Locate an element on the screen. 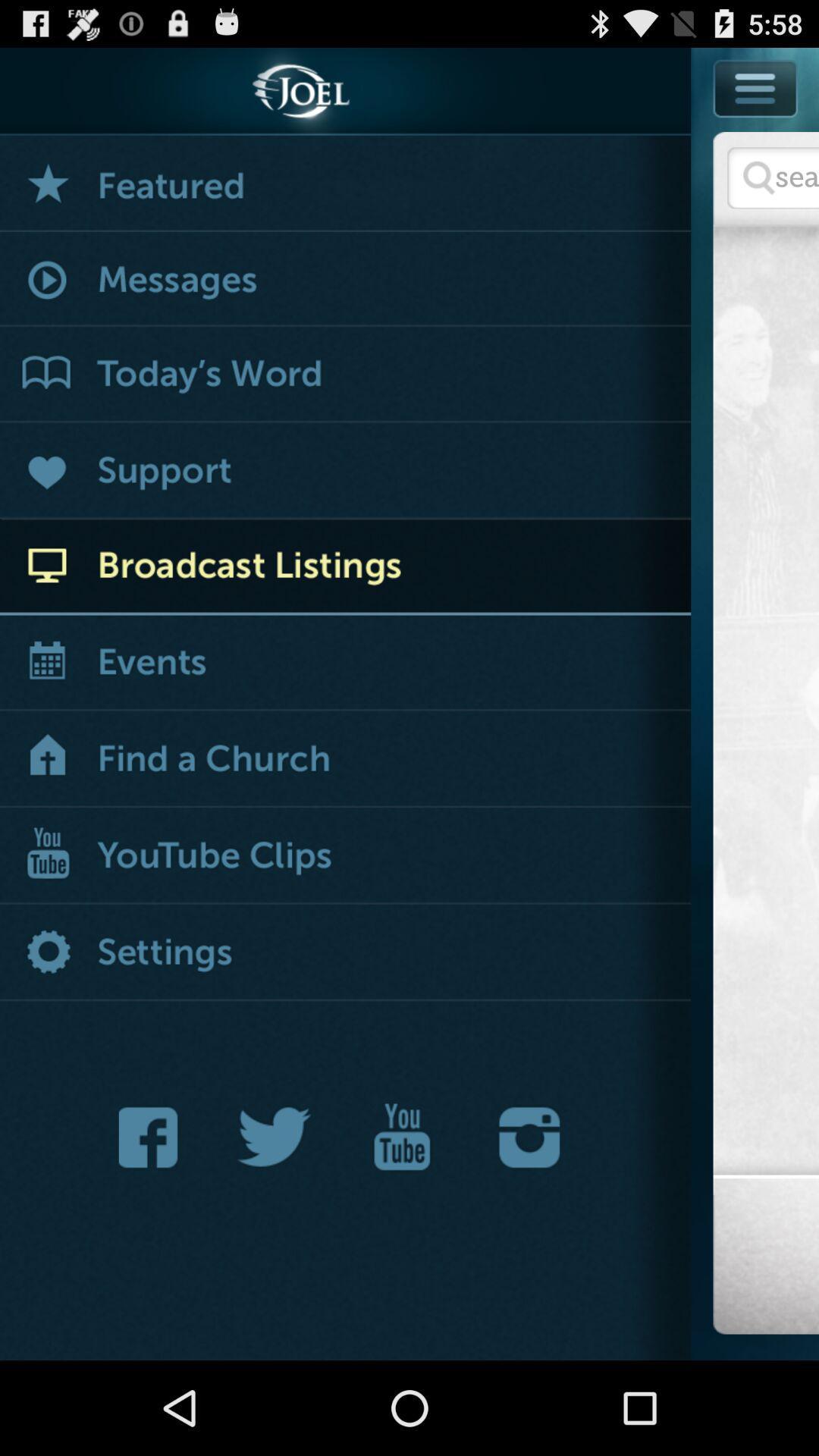 Image resolution: width=819 pixels, height=1456 pixels. facebook page is located at coordinates (152, 1137).